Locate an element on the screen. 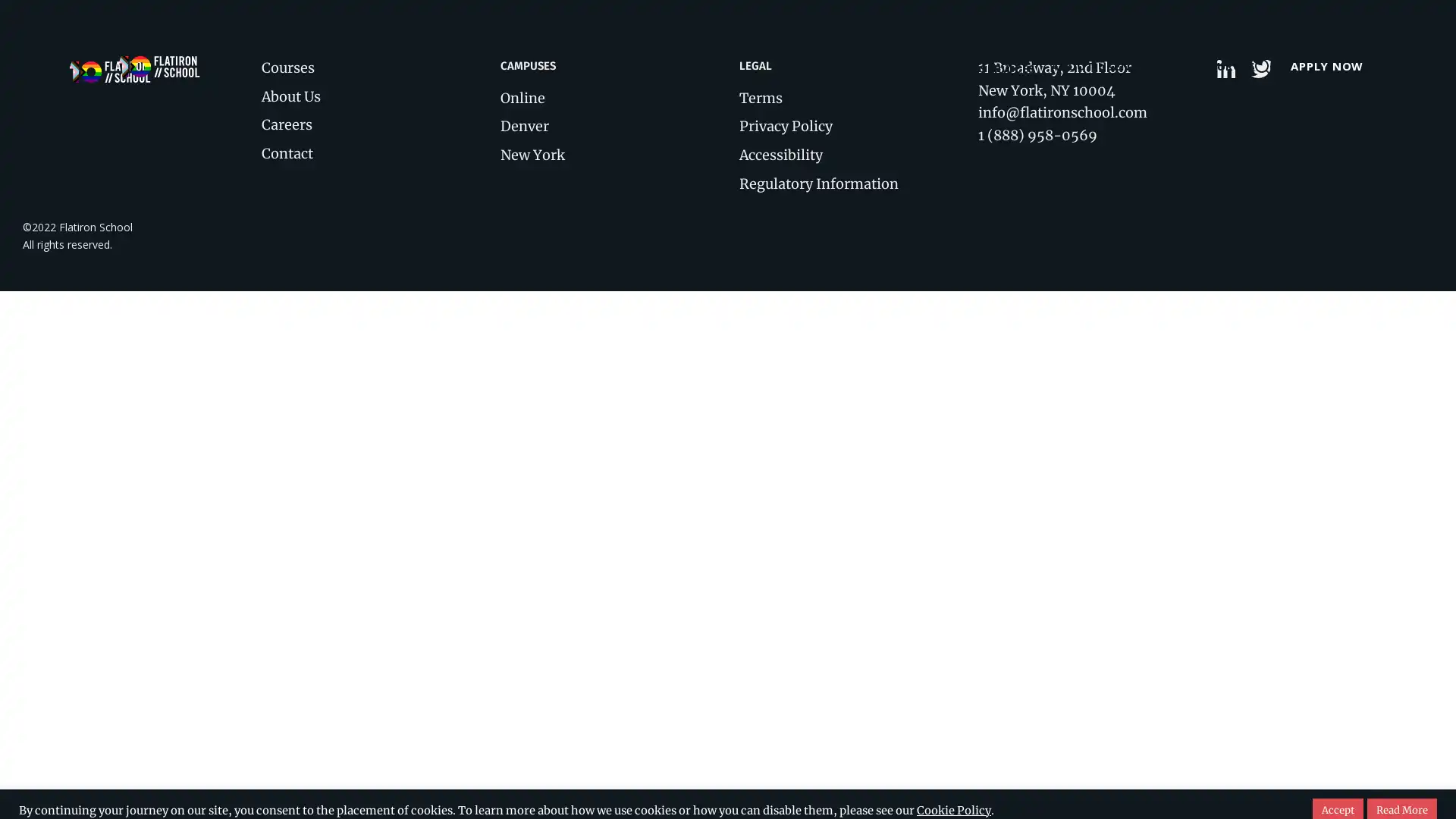  ABOUT US is located at coordinates (976, 65).